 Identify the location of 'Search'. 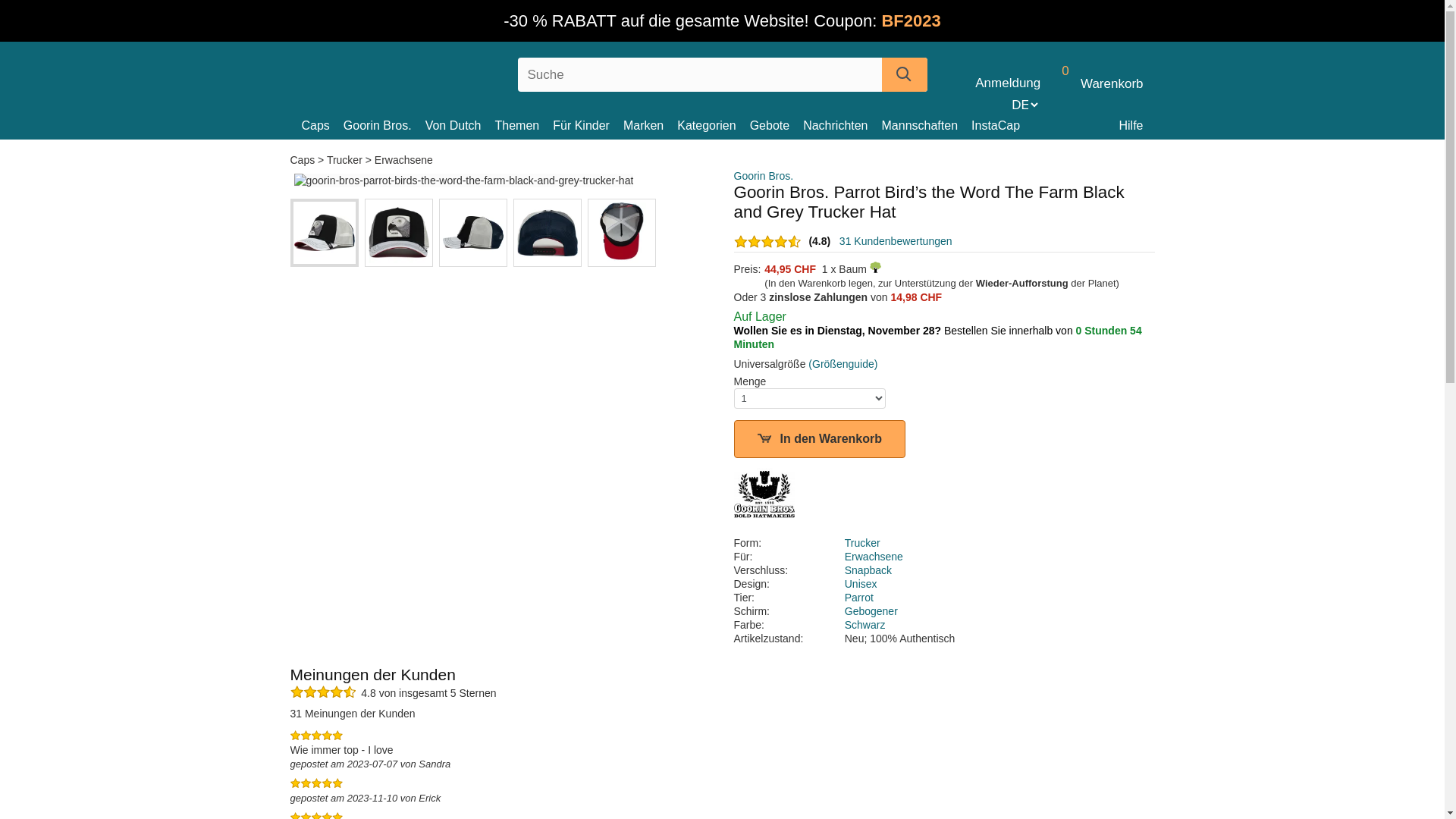
(903, 74).